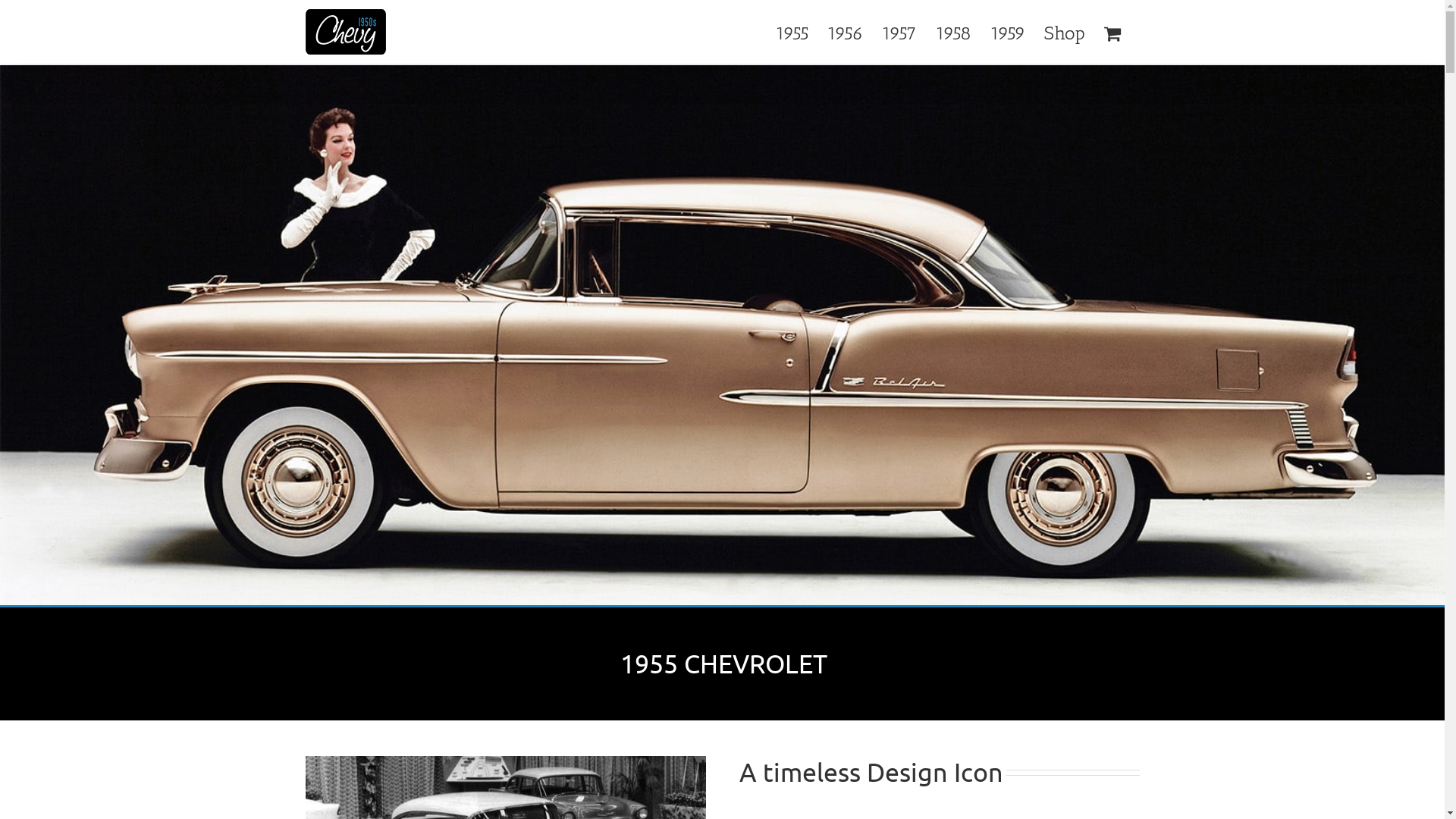  What do you see at coordinates (790, 32) in the screenshot?
I see `'1955'` at bounding box center [790, 32].